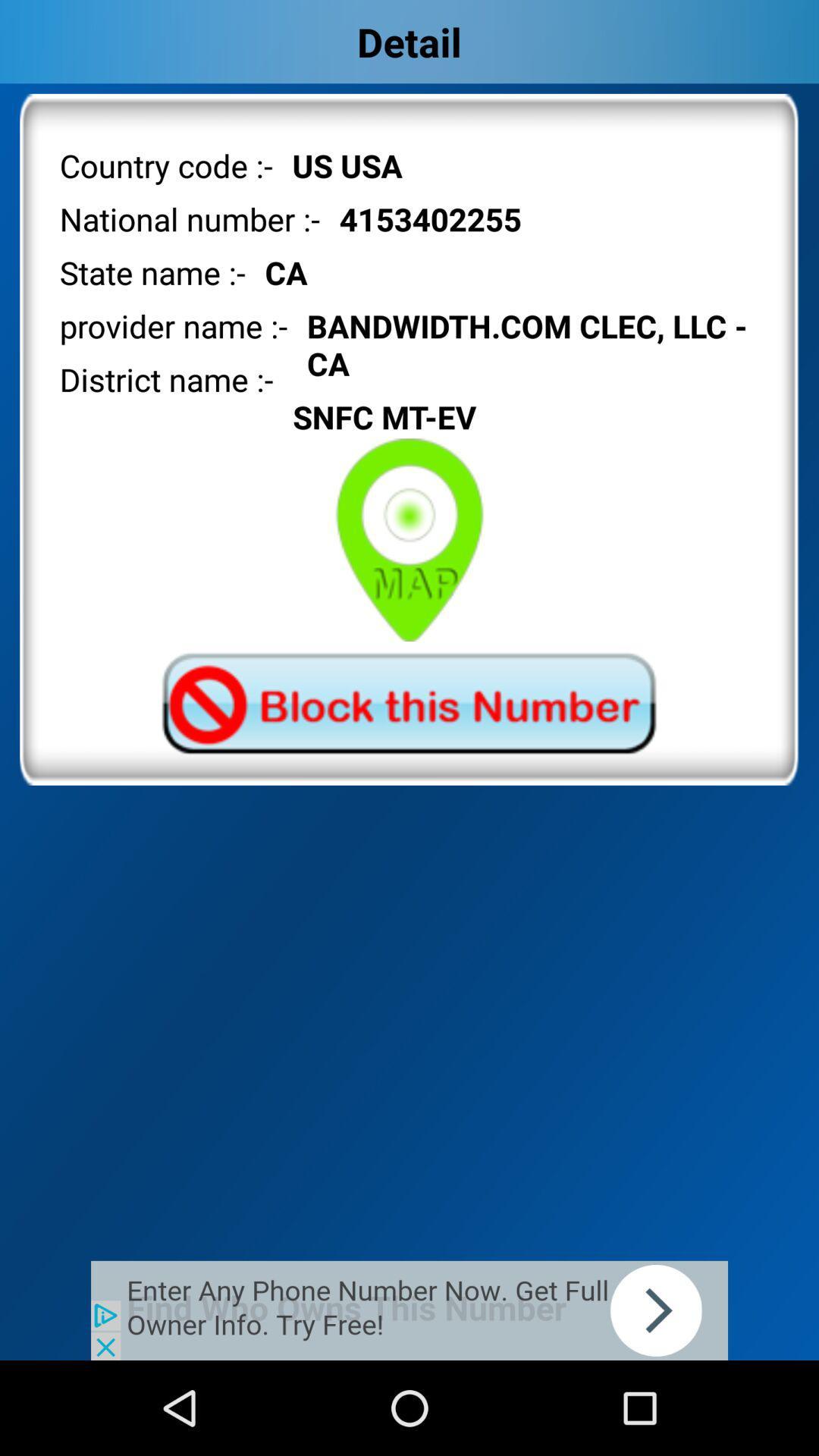 The width and height of the screenshot is (819, 1456). Describe the element at coordinates (409, 540) in the screenshot. I see `open map` at that location.